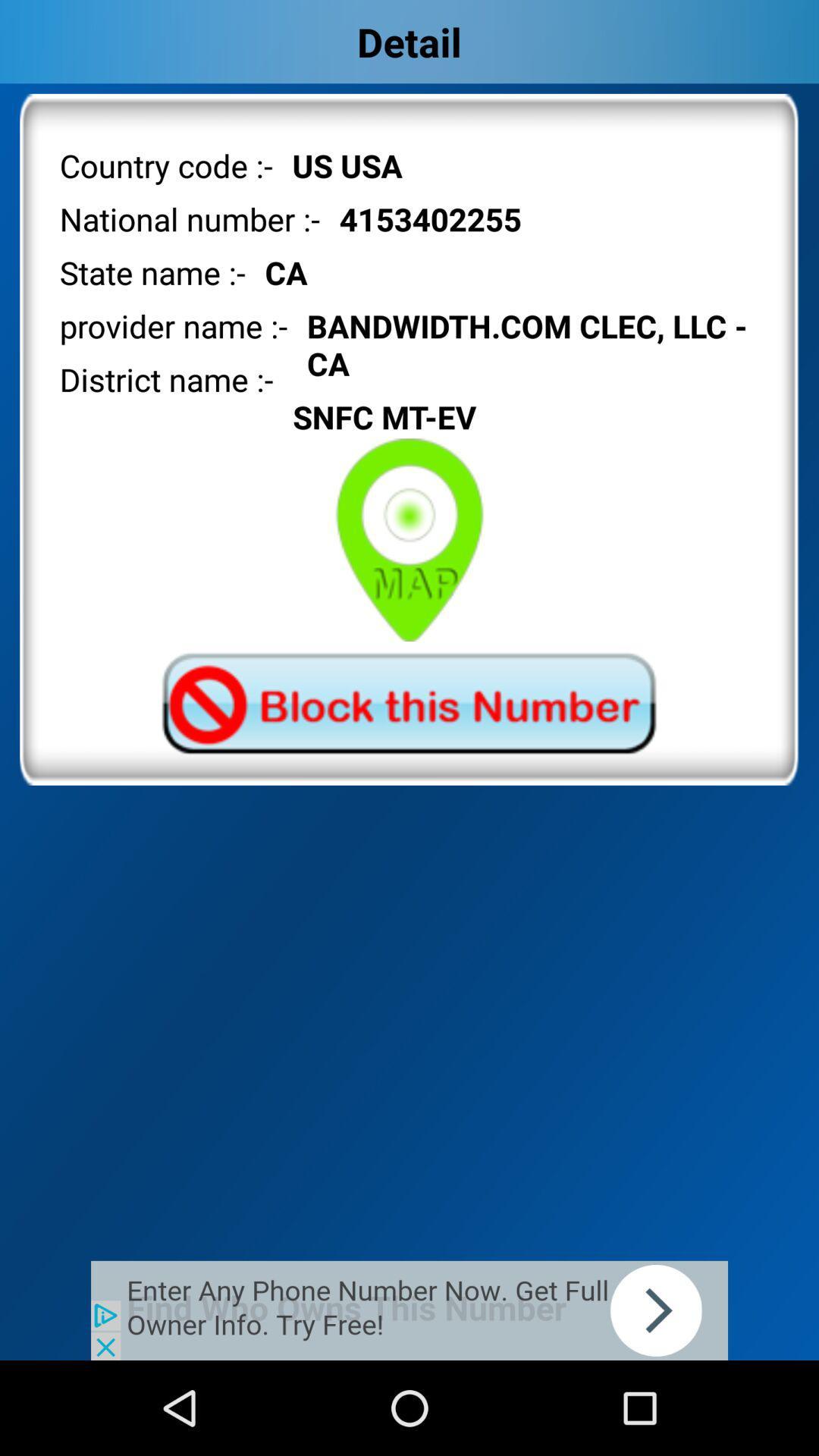 The width and height of the screenshot is (819, 1456). Describe the element at coordinates (409, 540) in the screenshot. I see `open map` at that location.